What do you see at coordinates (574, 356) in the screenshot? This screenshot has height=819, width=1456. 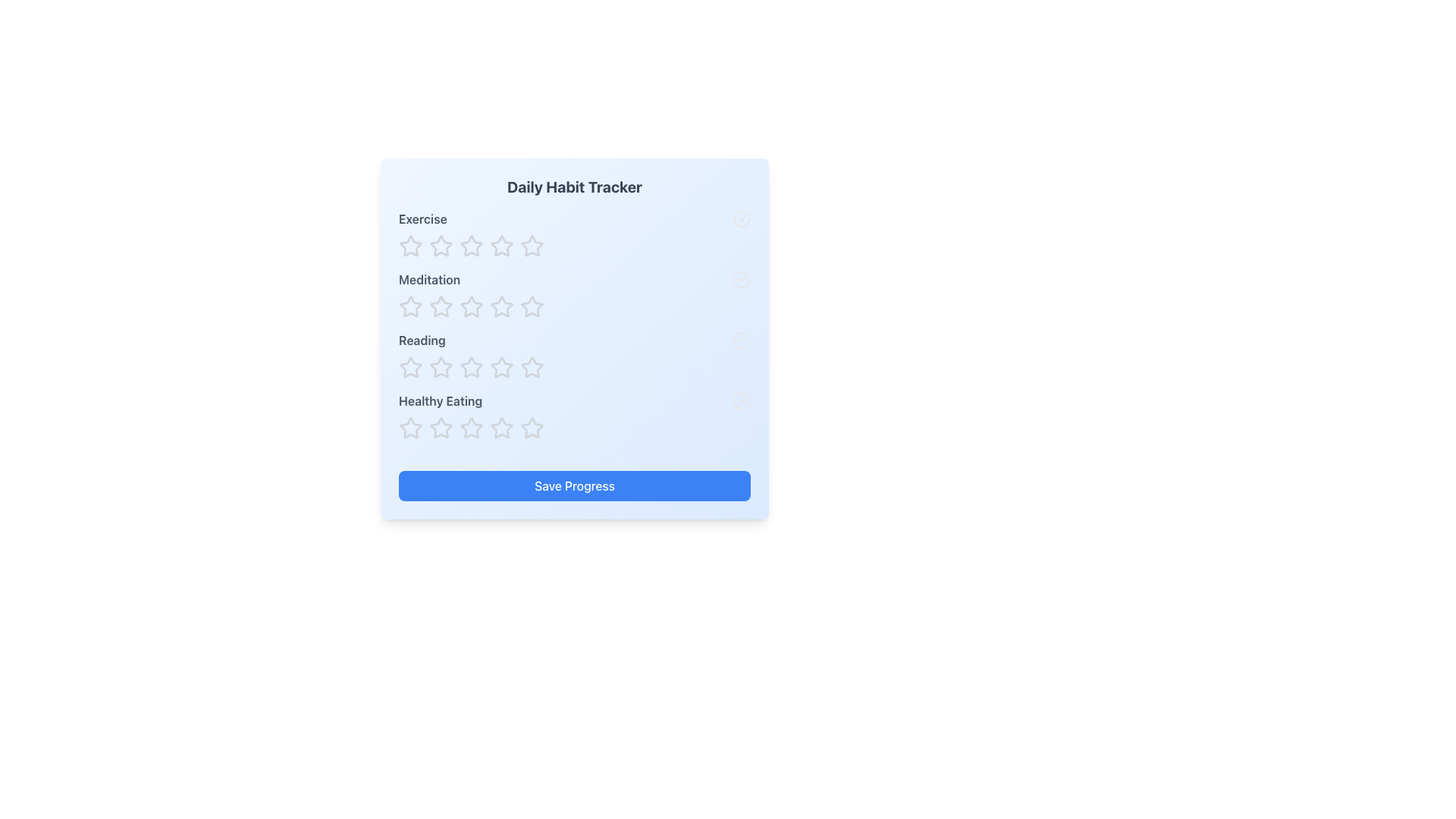 I see `the rating stars for the 'Reading' habit tracking feature` at bounding box center [574, 356].